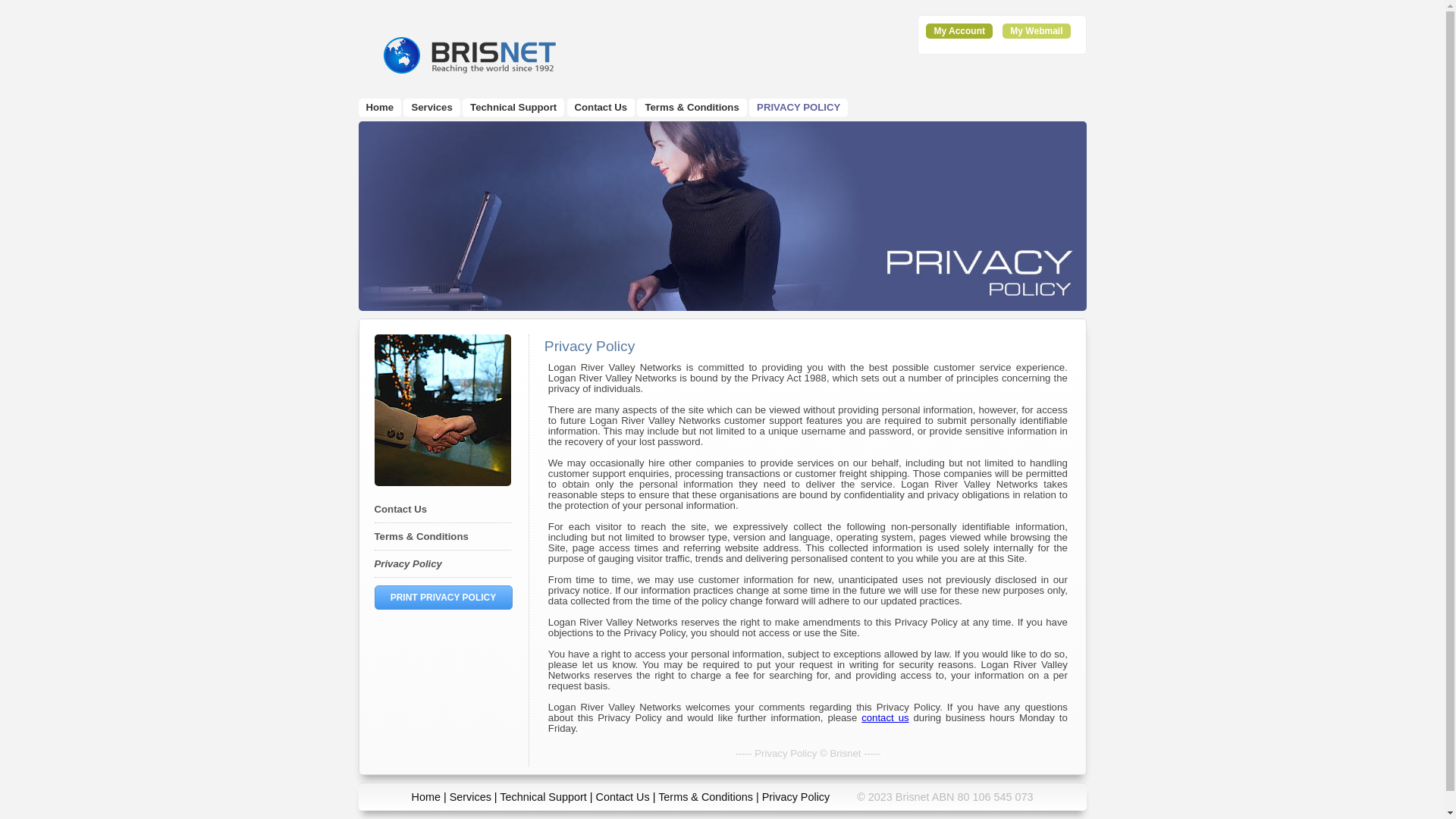 This screenshot has width=1456, height=819. What do you see at coordinates (959, 31) in the screenshot?
I see `'My Account'` at bounding box center [959, 31].